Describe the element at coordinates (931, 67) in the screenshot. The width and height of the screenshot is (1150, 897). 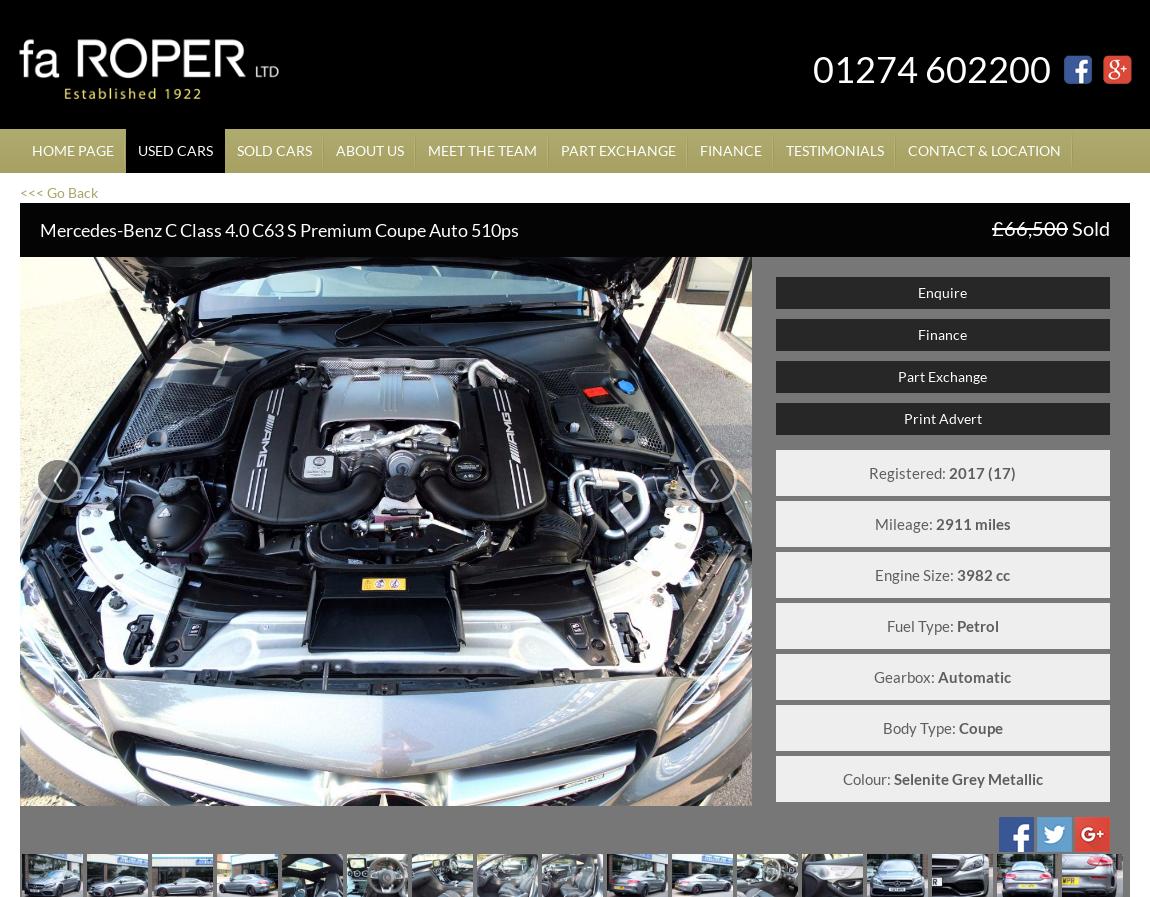
I see `'01274 602200'` at that location.